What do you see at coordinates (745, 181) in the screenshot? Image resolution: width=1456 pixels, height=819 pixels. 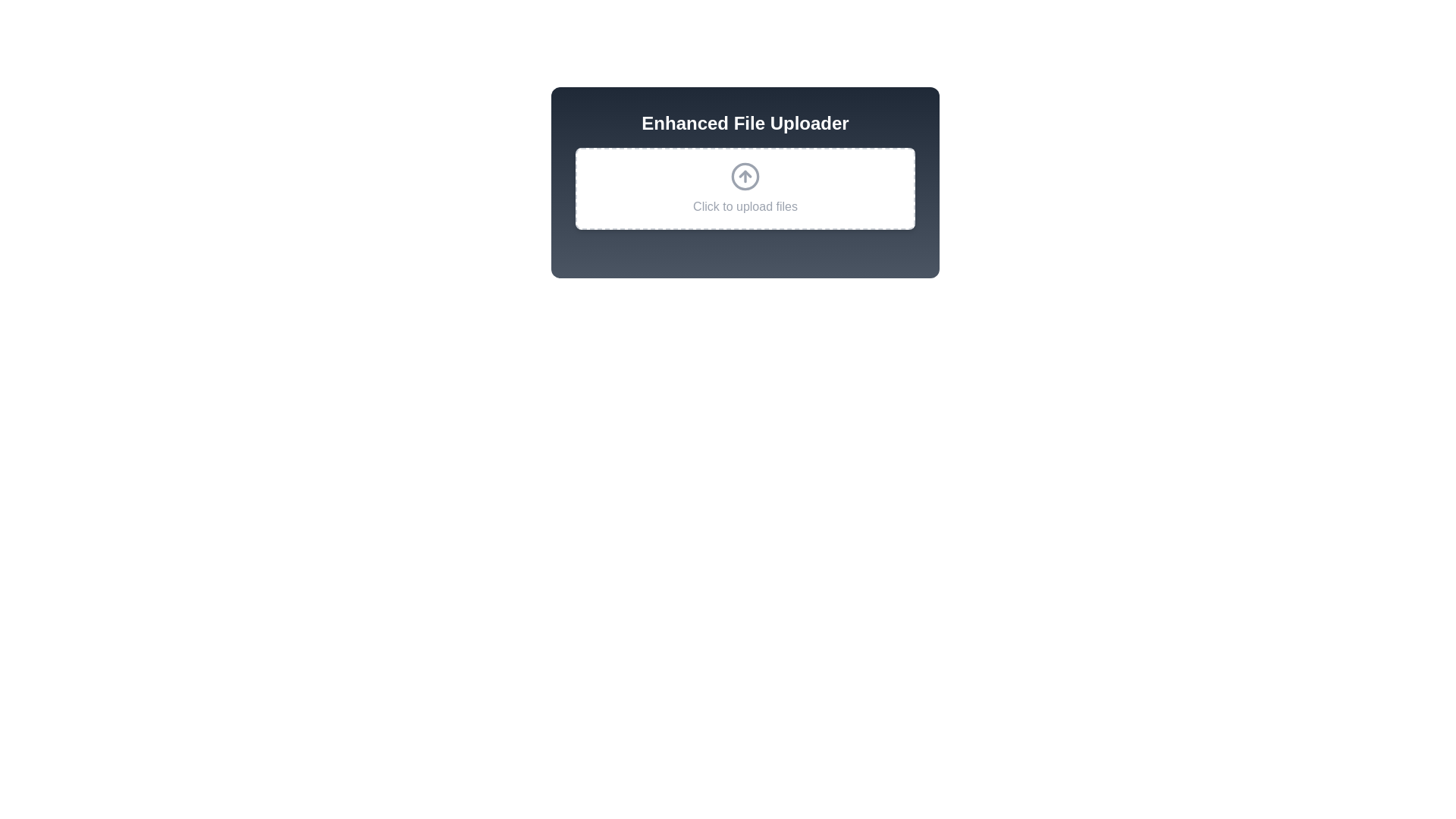 I see `and drop files into the outlined area of the 'Enhanced File Uploader' section, which features a gradient background and a dashed border indicating interactivity` at bounding box center [745, 181].